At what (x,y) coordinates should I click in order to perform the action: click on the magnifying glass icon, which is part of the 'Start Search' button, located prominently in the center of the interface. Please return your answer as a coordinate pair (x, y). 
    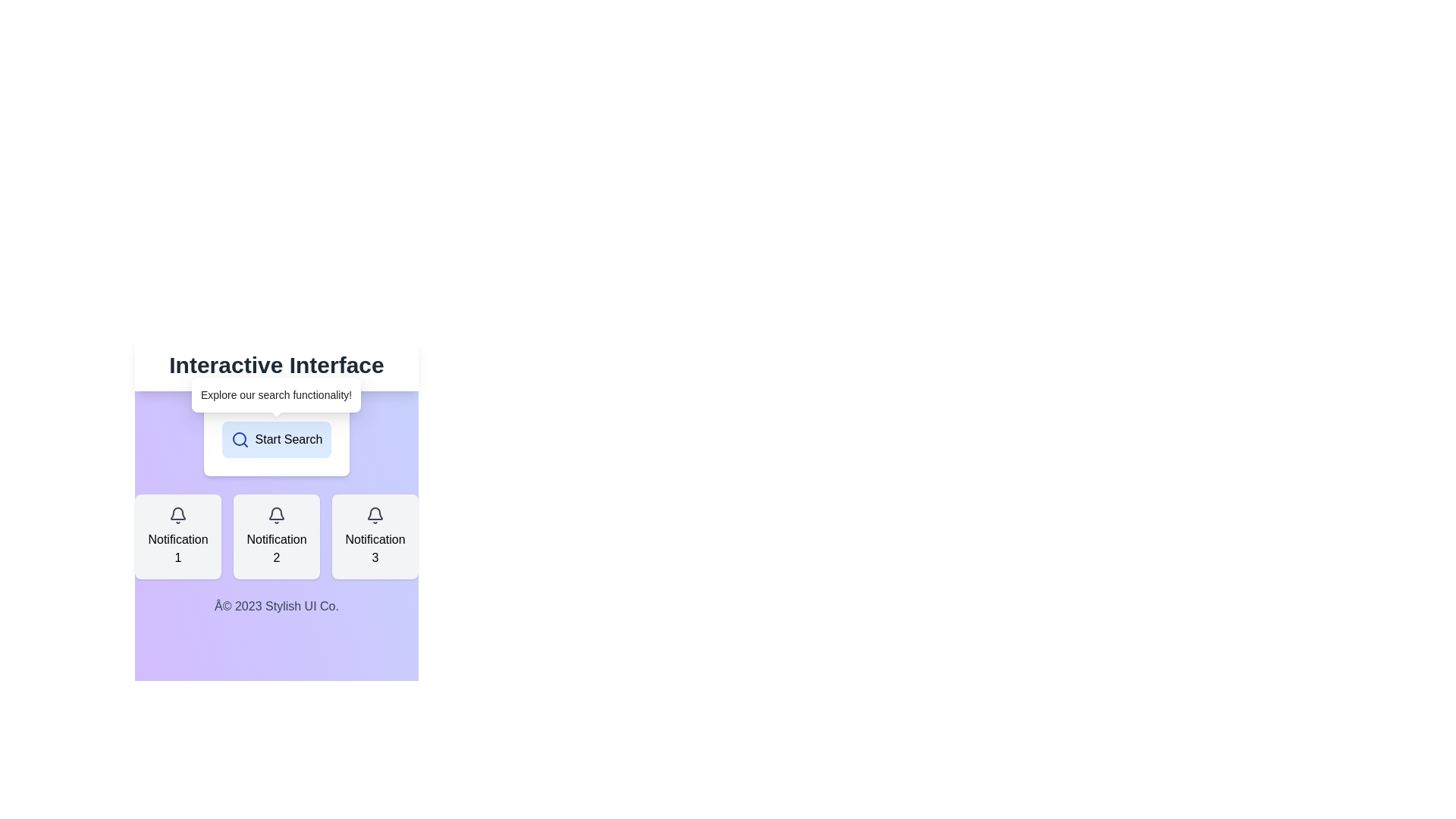
    Looking at the image, I should click on (239, 439).